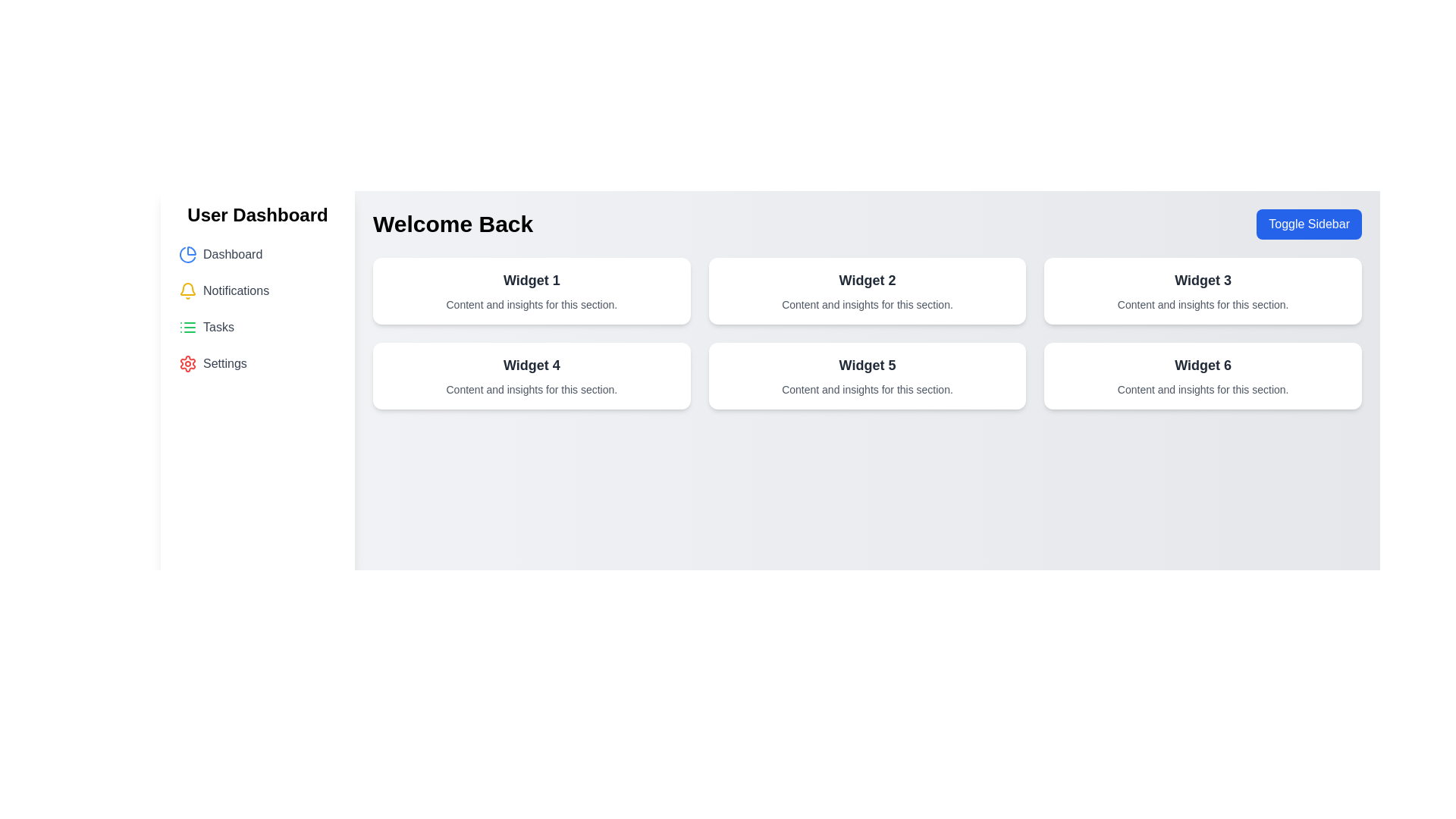  What do you see at coordinates (1308, 224) in the screenshot?
I see `the 'Toggle Sidebar' button, which is a rectangular button with rounded corners, blue background, and white text` at bounding box center [1308, 224].